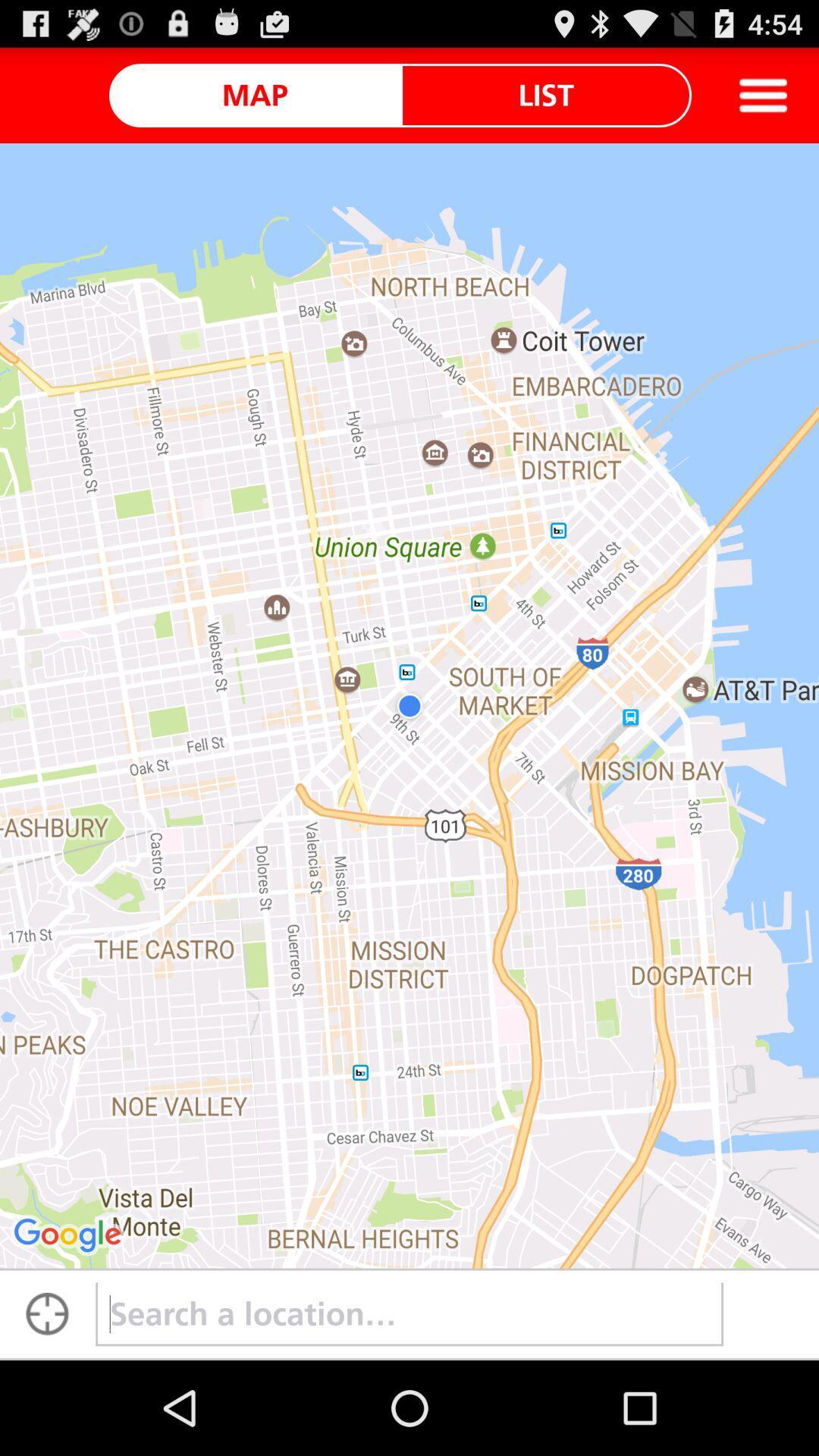  What do you see at coordinates (409, 1313) in the screenshot?
I see `search a location` at bounding box center [409, 1313].